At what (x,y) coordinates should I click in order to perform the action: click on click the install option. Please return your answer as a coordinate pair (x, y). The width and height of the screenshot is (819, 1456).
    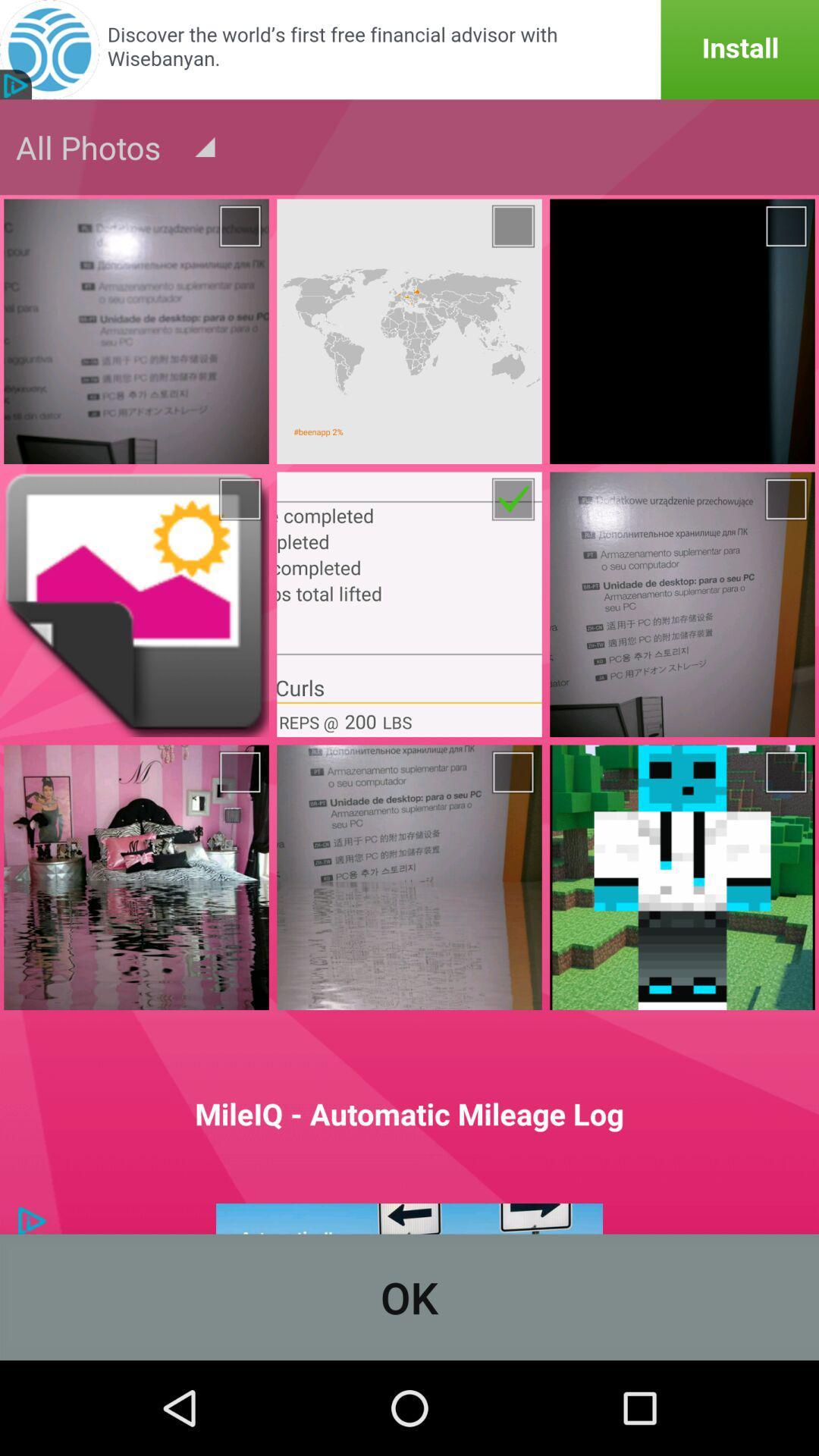
    Looking at the image, I should click on (409, 49).